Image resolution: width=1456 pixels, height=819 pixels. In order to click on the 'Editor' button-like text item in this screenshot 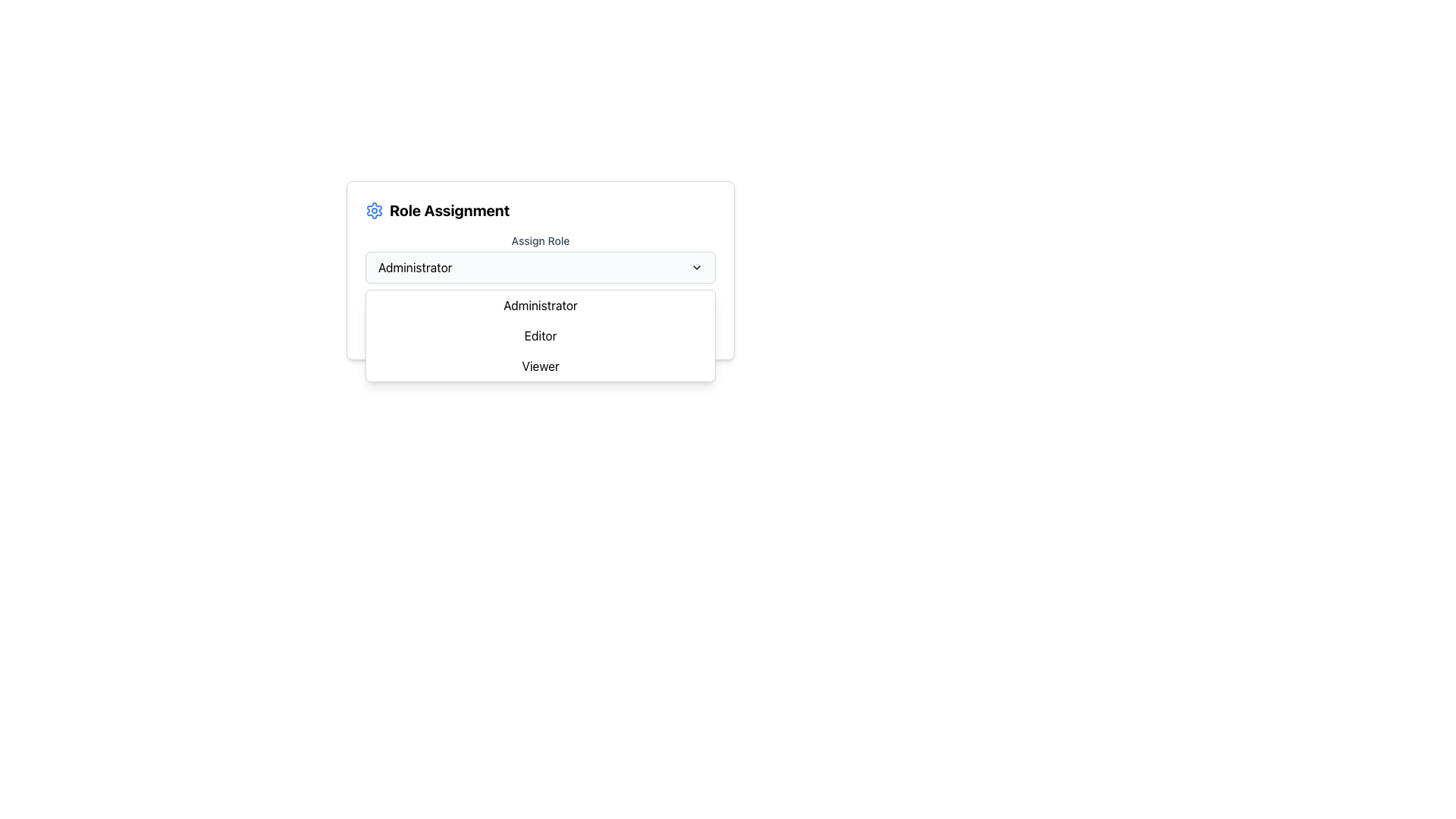, I will do `click(541, 335)`.